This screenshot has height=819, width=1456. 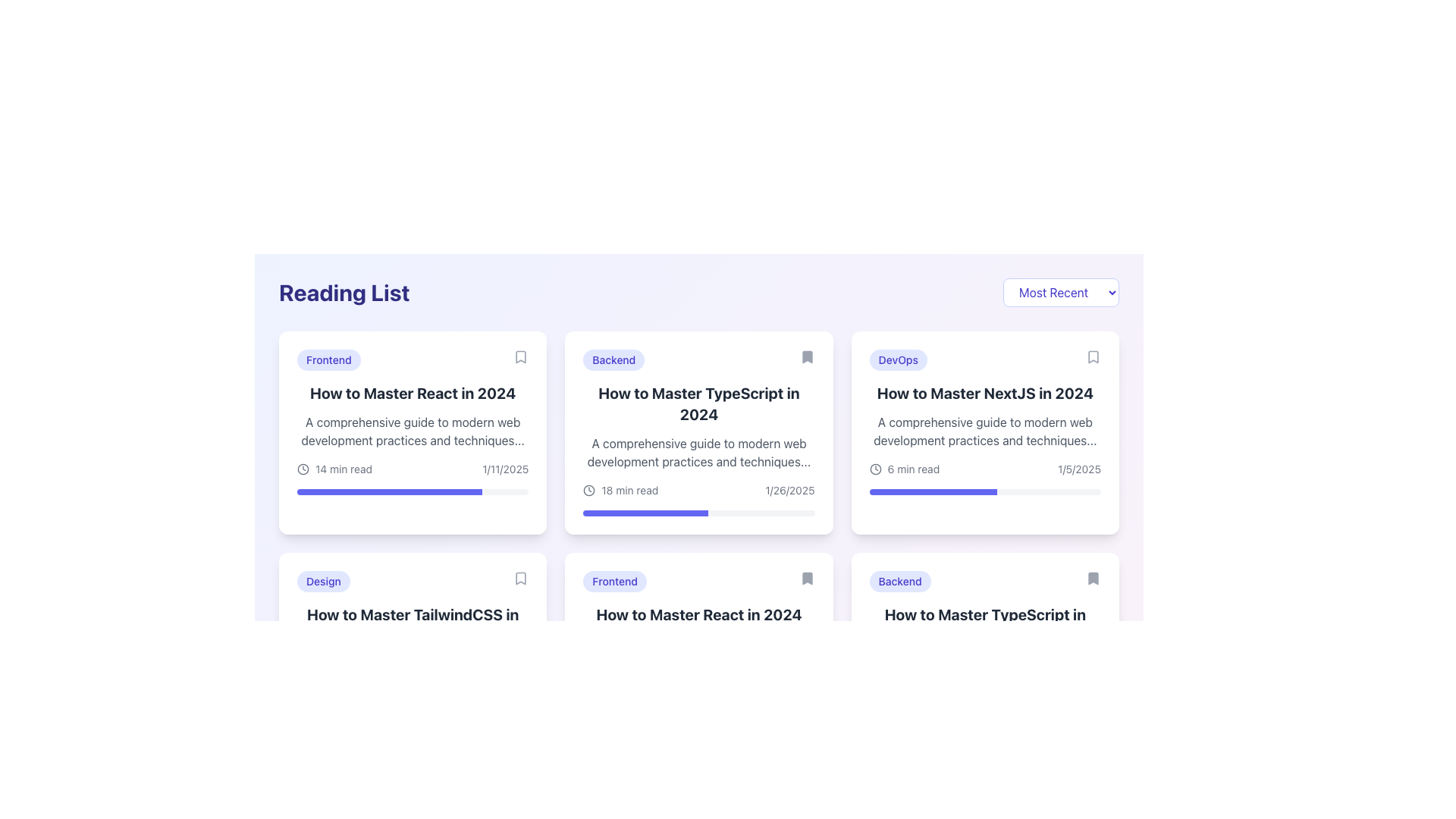 I want to click on the second card in the middle row of the grid layout, which presents a preview of an article about mastering React, to focus on it using keyboard navigation, so click(x=698, y=643).